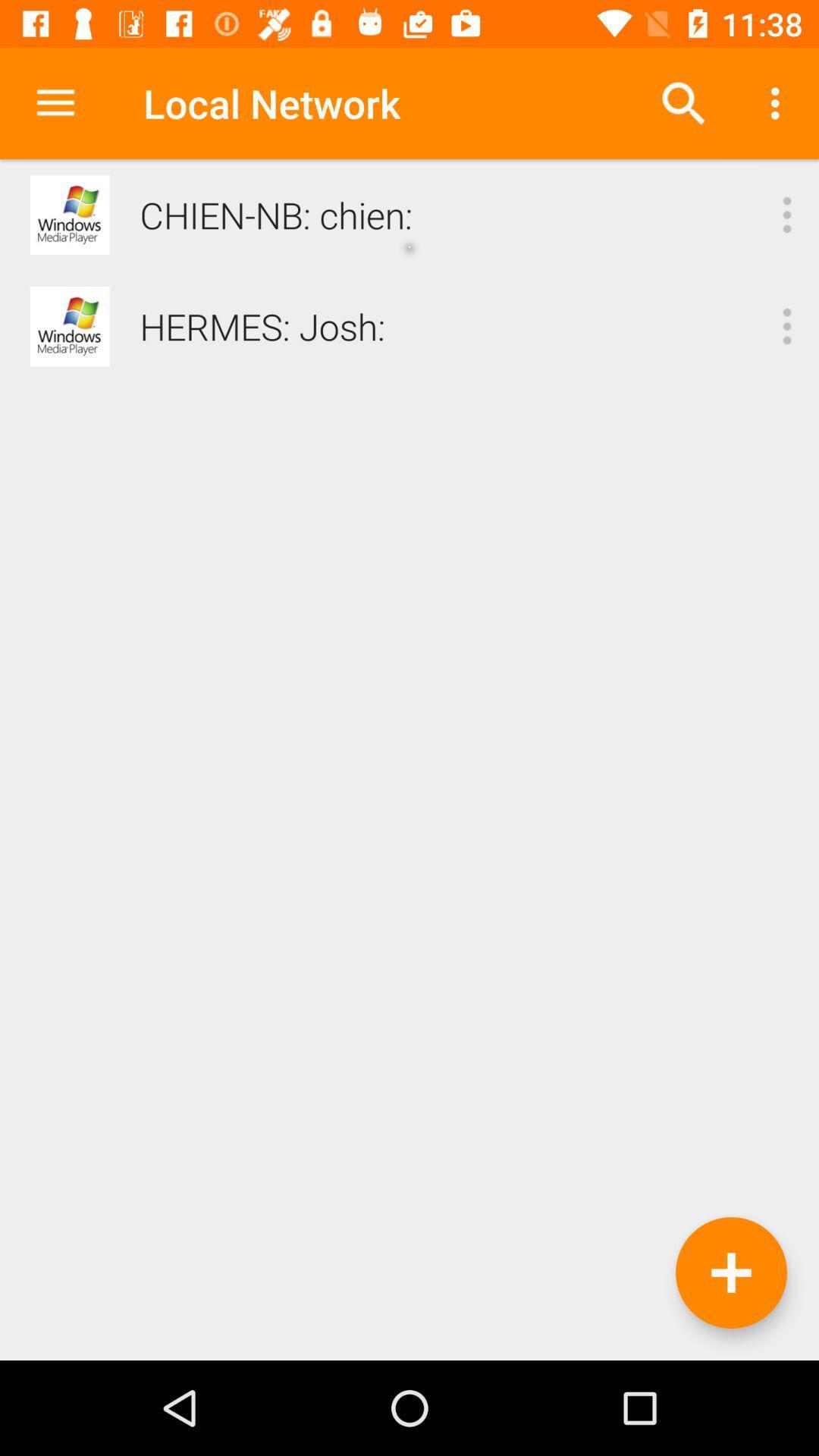 The width and height of the screenshot is (819, 1456). I want to click on more options, so click(786, 325).